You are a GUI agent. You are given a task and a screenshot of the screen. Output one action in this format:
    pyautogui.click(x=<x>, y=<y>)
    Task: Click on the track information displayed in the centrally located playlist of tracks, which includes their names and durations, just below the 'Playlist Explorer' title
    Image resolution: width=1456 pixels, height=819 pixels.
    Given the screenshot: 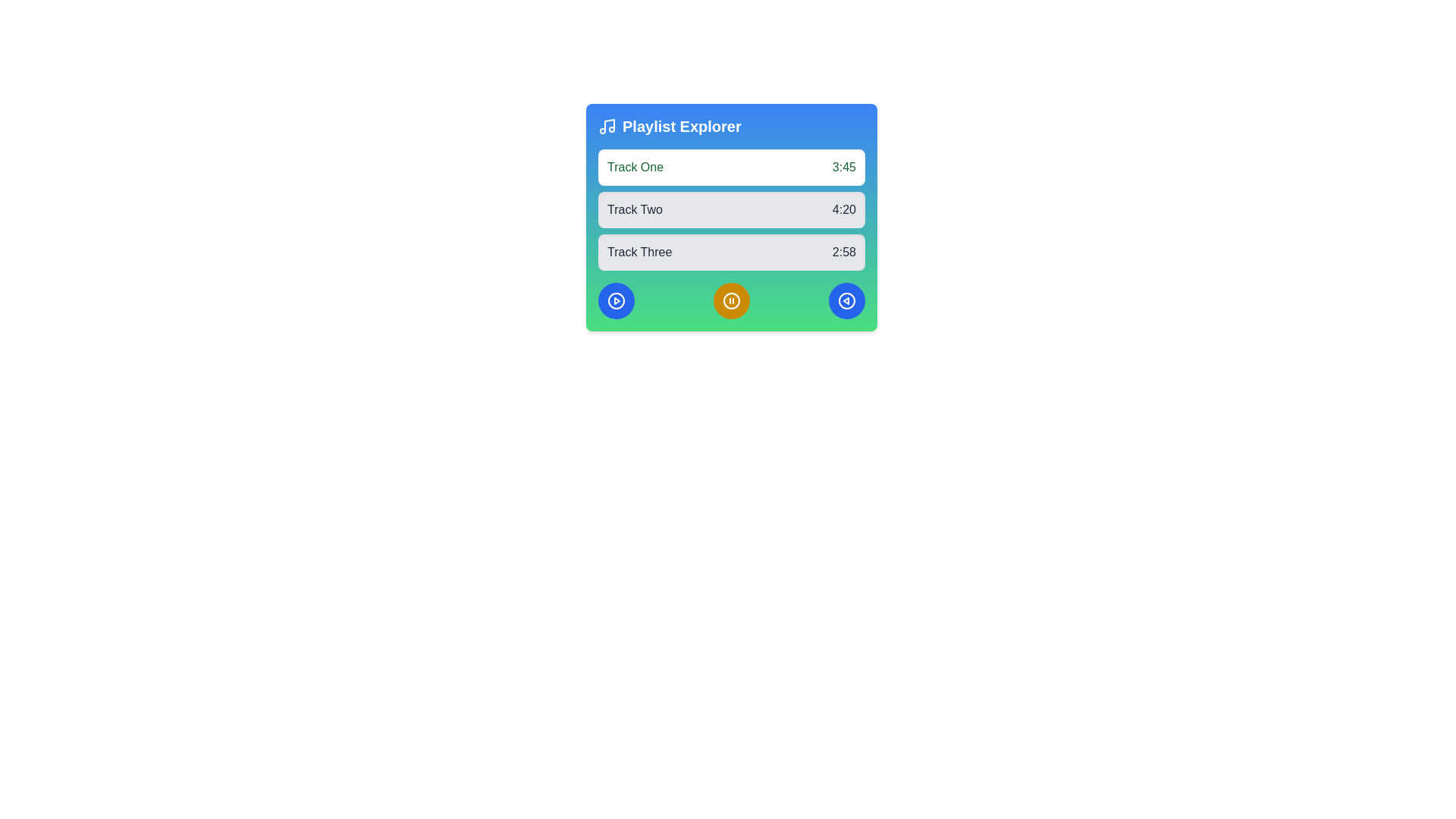 What is the action you would take?
    pyautogui.click(x=731, y=210)
    